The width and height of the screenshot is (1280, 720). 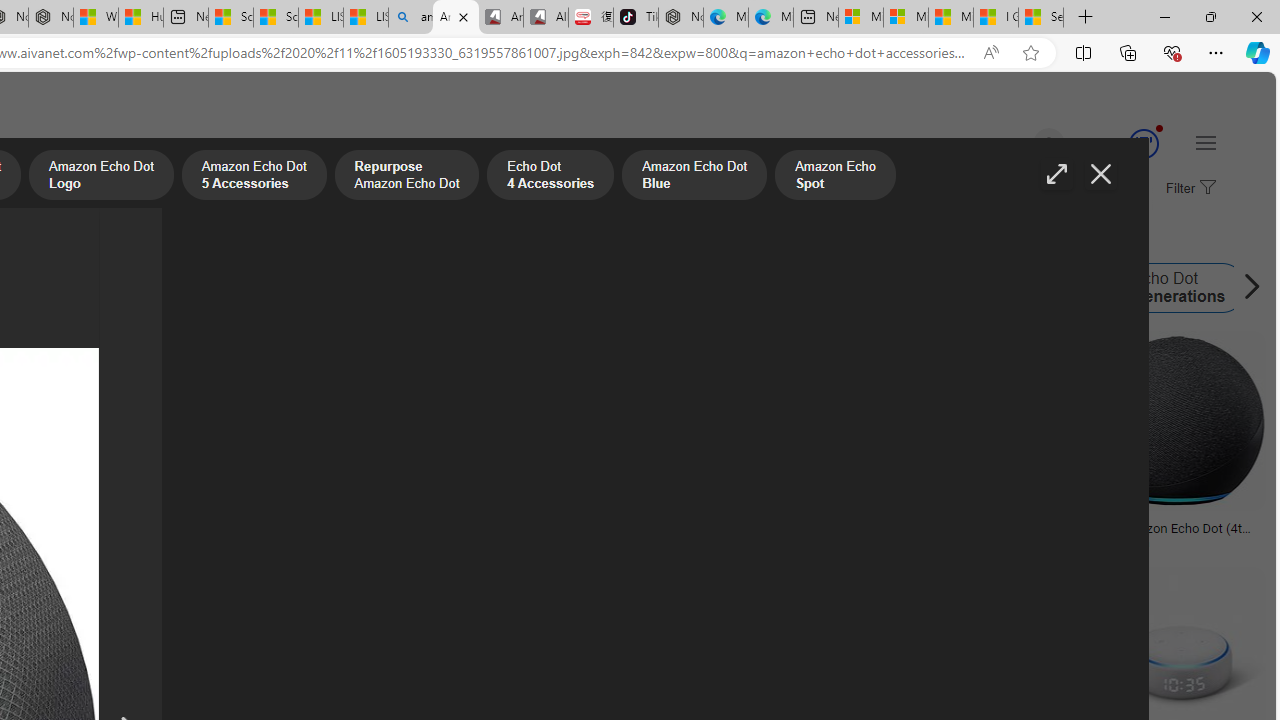 What do you see at coordinates (1162, 288) in the screenshot?
I see `'Class: item col'` at bounding box center [1162, 288].